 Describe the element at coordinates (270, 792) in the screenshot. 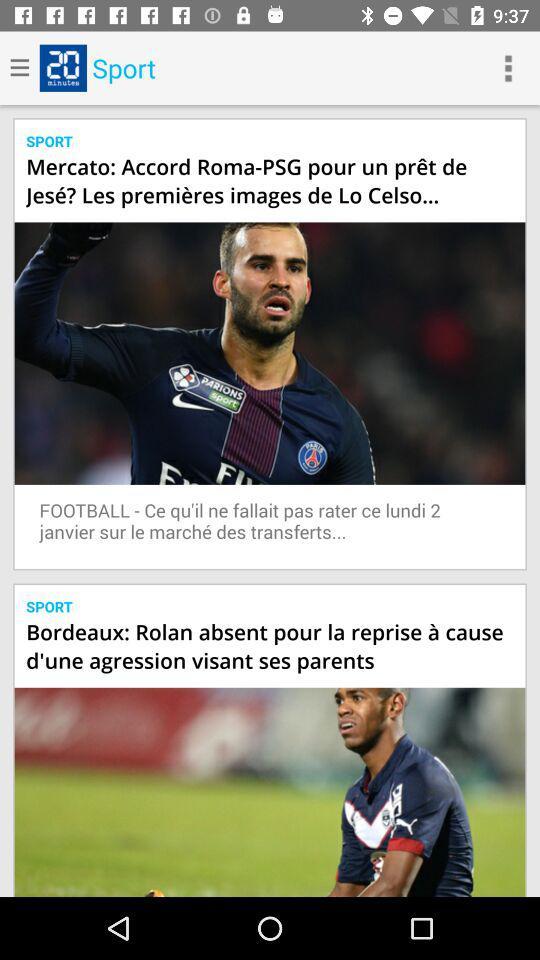

I see `the second image` at that location.